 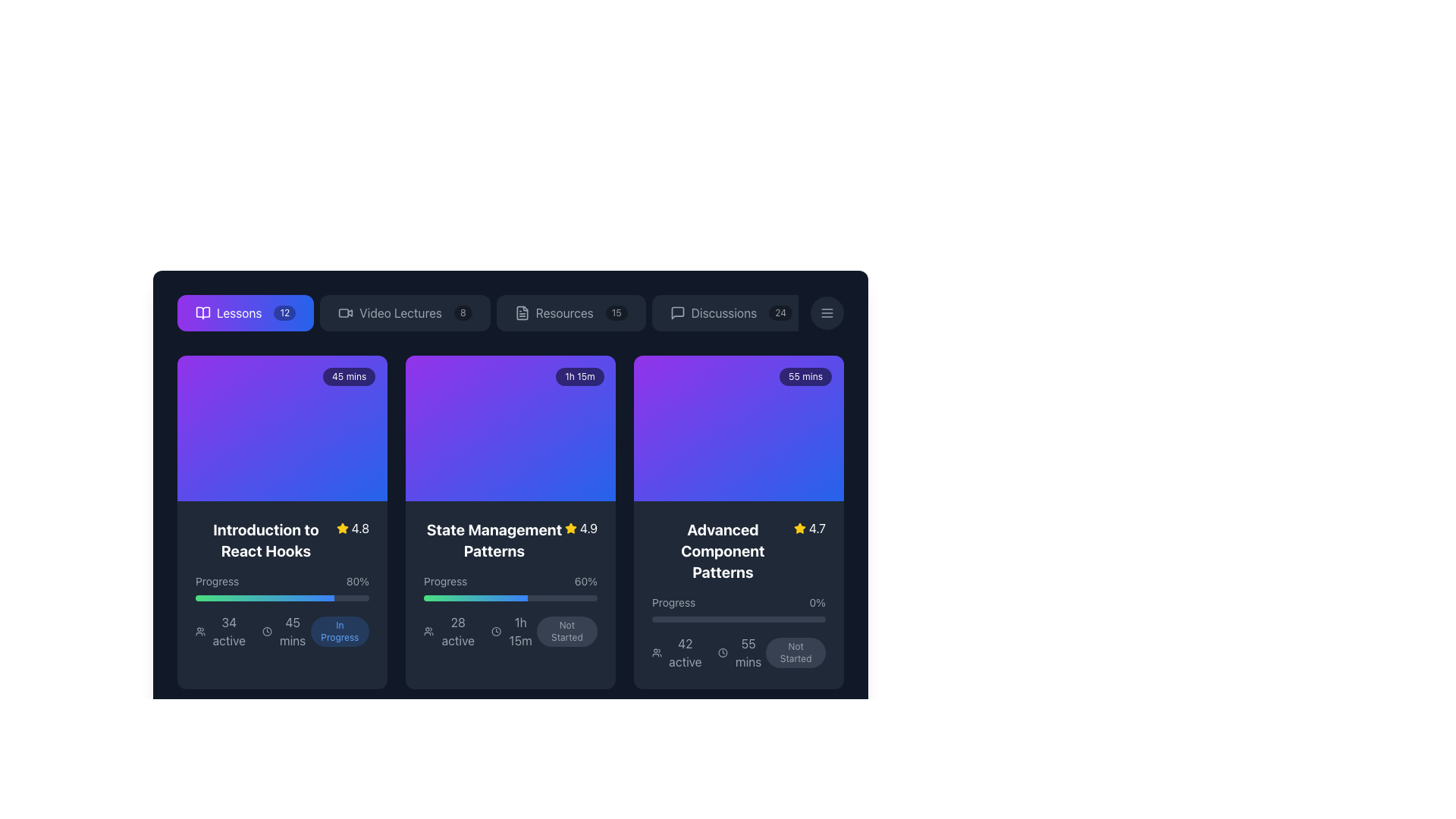 I want to click on the text label showing the rating value '4.9', which is styled in white and positioned next to a star icon within the 'State Management Patterns' card, so click(x=588, y=528).